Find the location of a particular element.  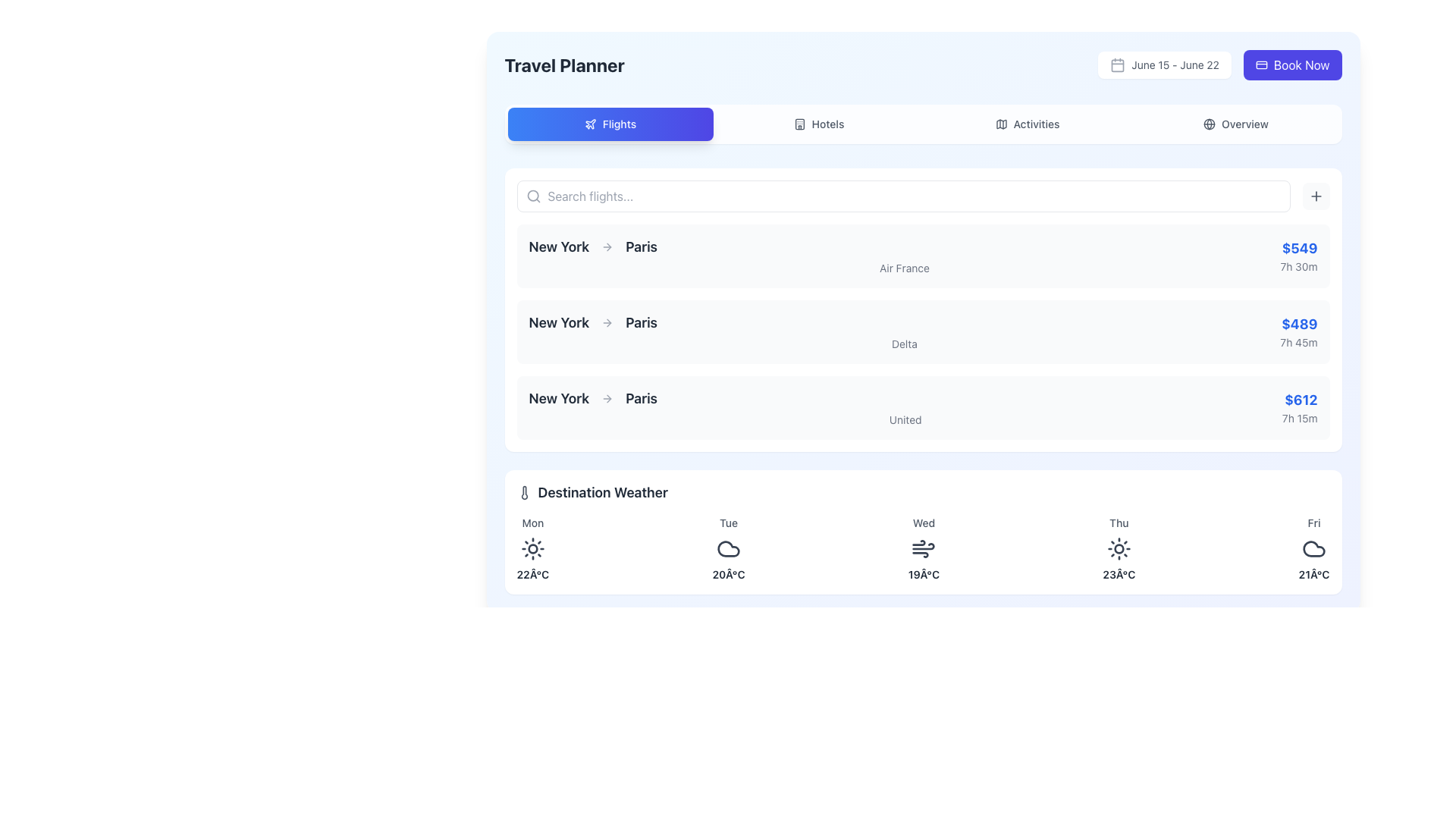

the sunny weather icon for Thursday, which is located in the fourth column of the weather forecast section, centrally positioned under the 'Thu' label and above the temperature value '23°C' is located at coordinates (1119, 549).